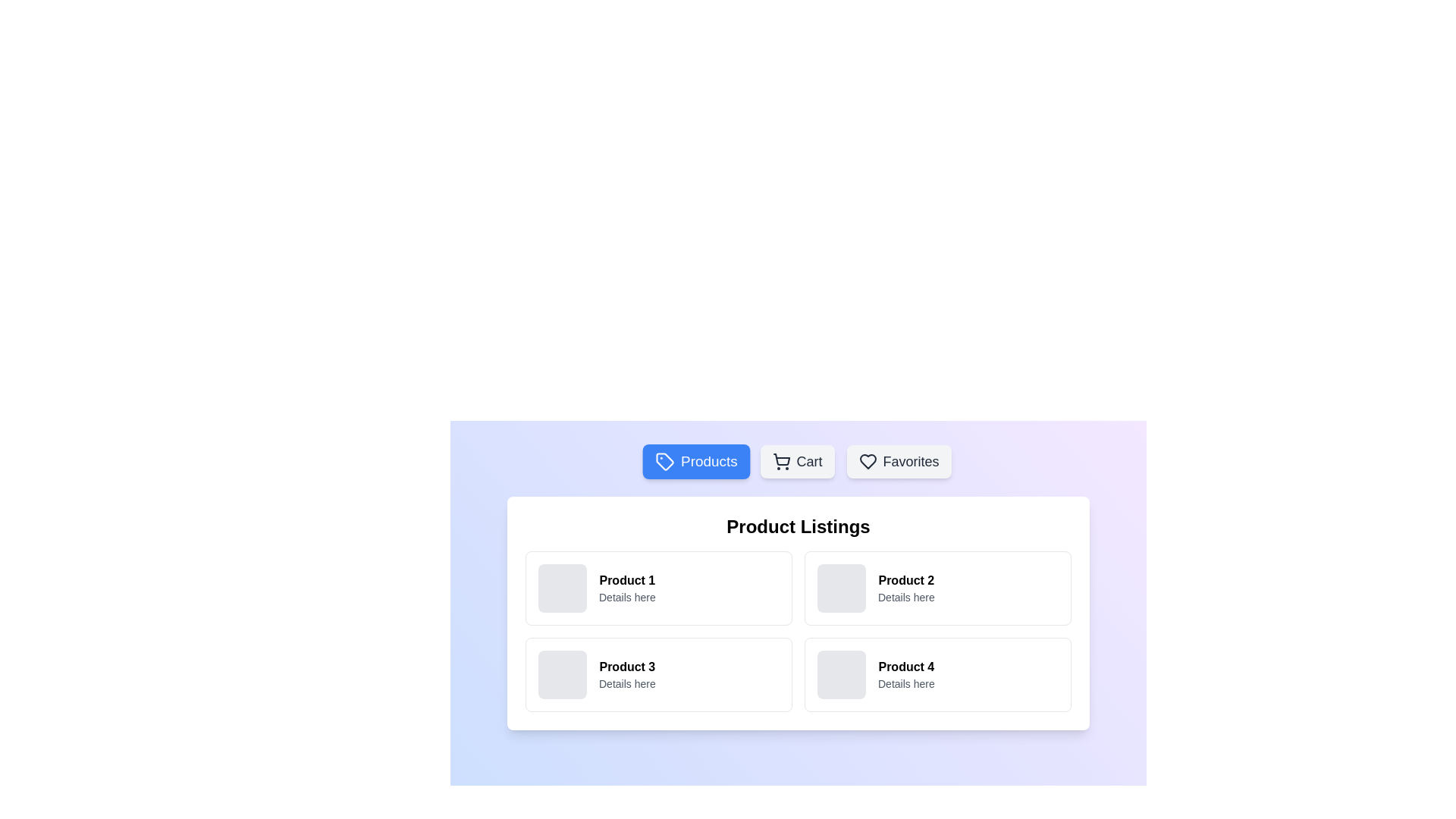 The width and height of the screenshot is (1456, 819). I want to click on the static text label displaying the title 'Product 1', which is styled in bold and located in the upper-left corner of a grid layout below the 'Product Listings' header, so click(627, 580).